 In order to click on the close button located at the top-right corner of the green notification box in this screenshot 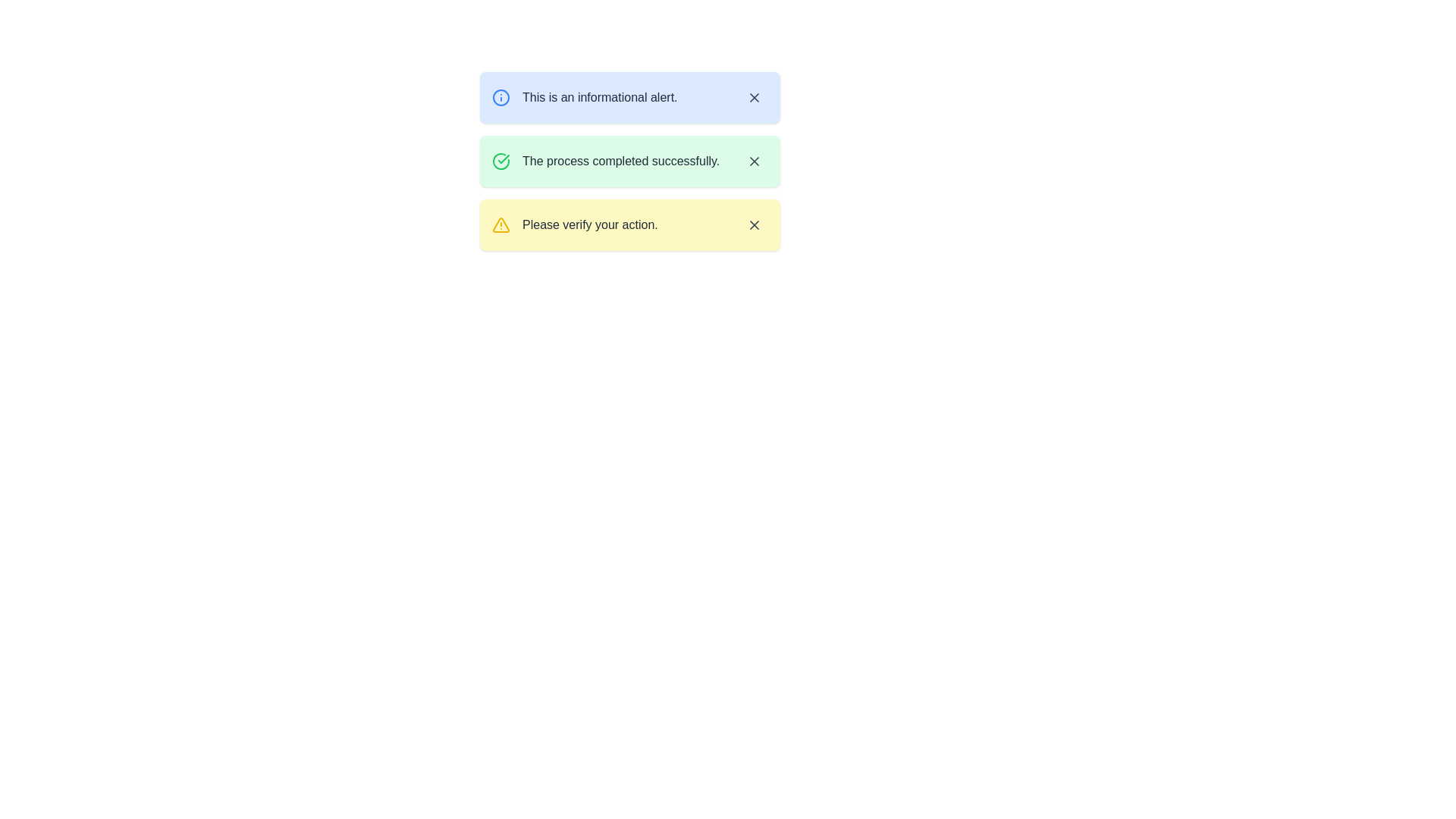, I will do `click(754, 161)`.